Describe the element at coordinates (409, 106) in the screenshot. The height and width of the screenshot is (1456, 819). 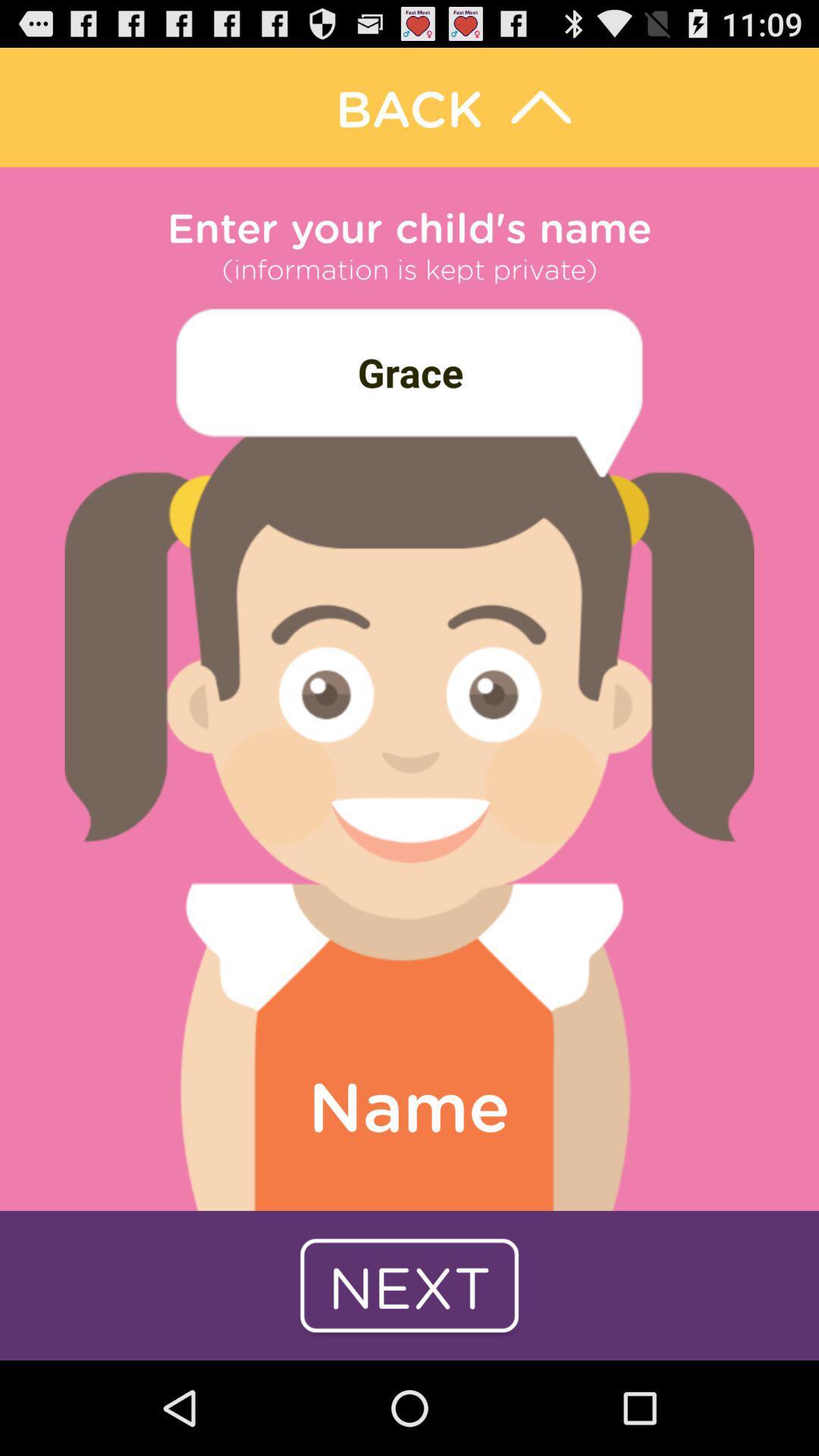
I see `go back` at that location.